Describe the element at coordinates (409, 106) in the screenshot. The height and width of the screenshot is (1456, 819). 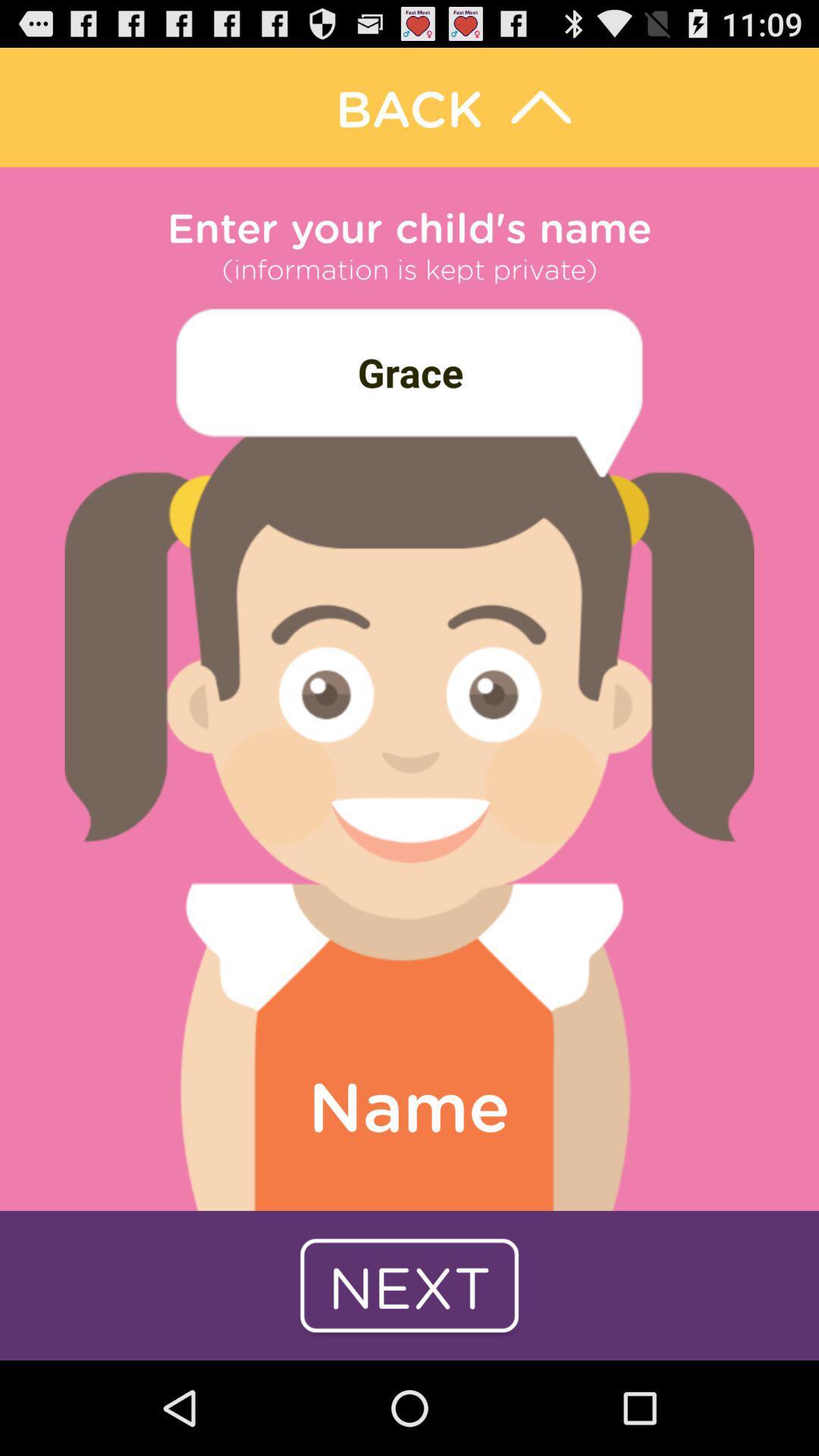
I see `go back` at that location.